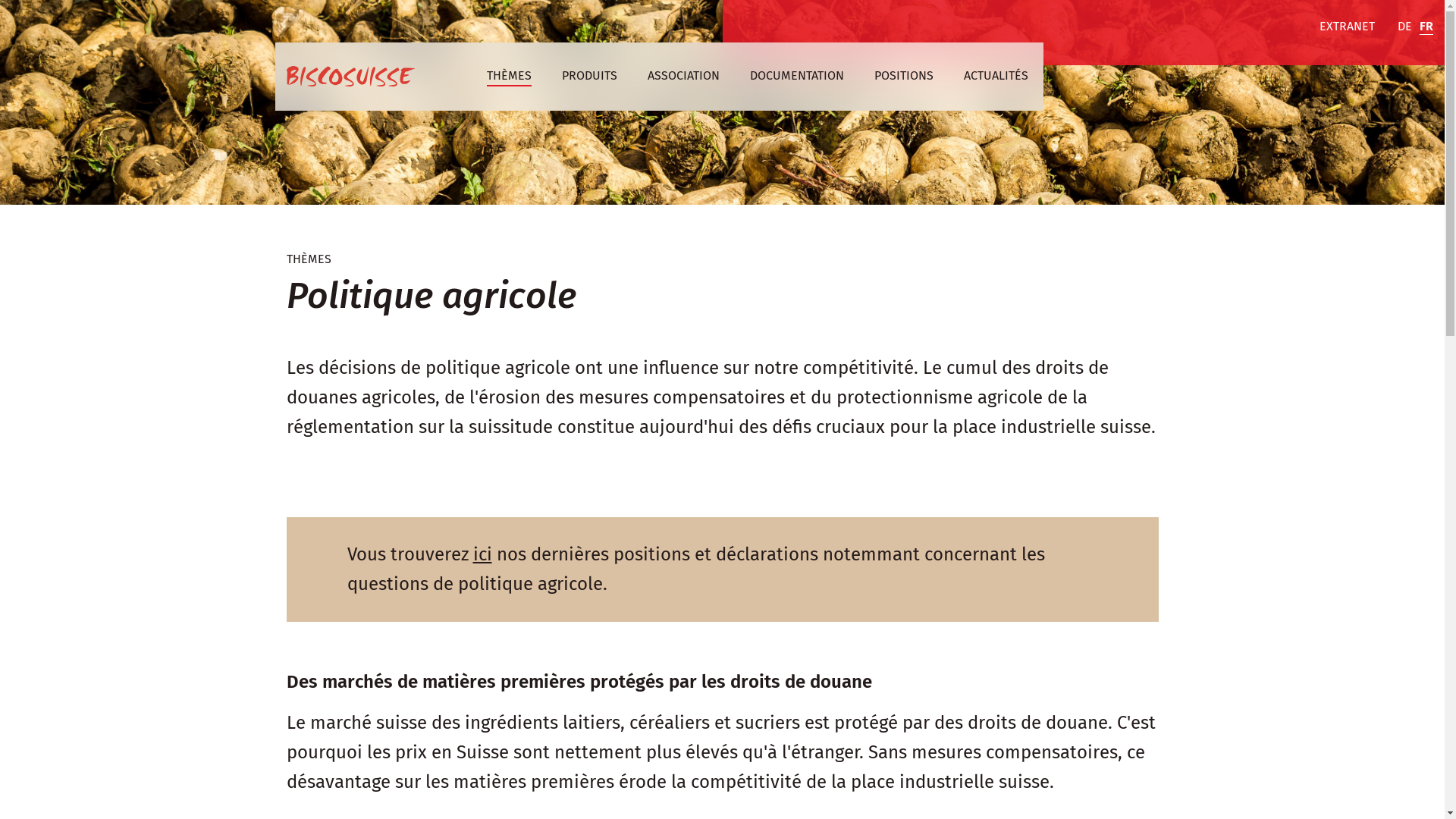 The width and height of the screenshot is (1456, 819). I want to click on 'FR', so click(1426, 27).